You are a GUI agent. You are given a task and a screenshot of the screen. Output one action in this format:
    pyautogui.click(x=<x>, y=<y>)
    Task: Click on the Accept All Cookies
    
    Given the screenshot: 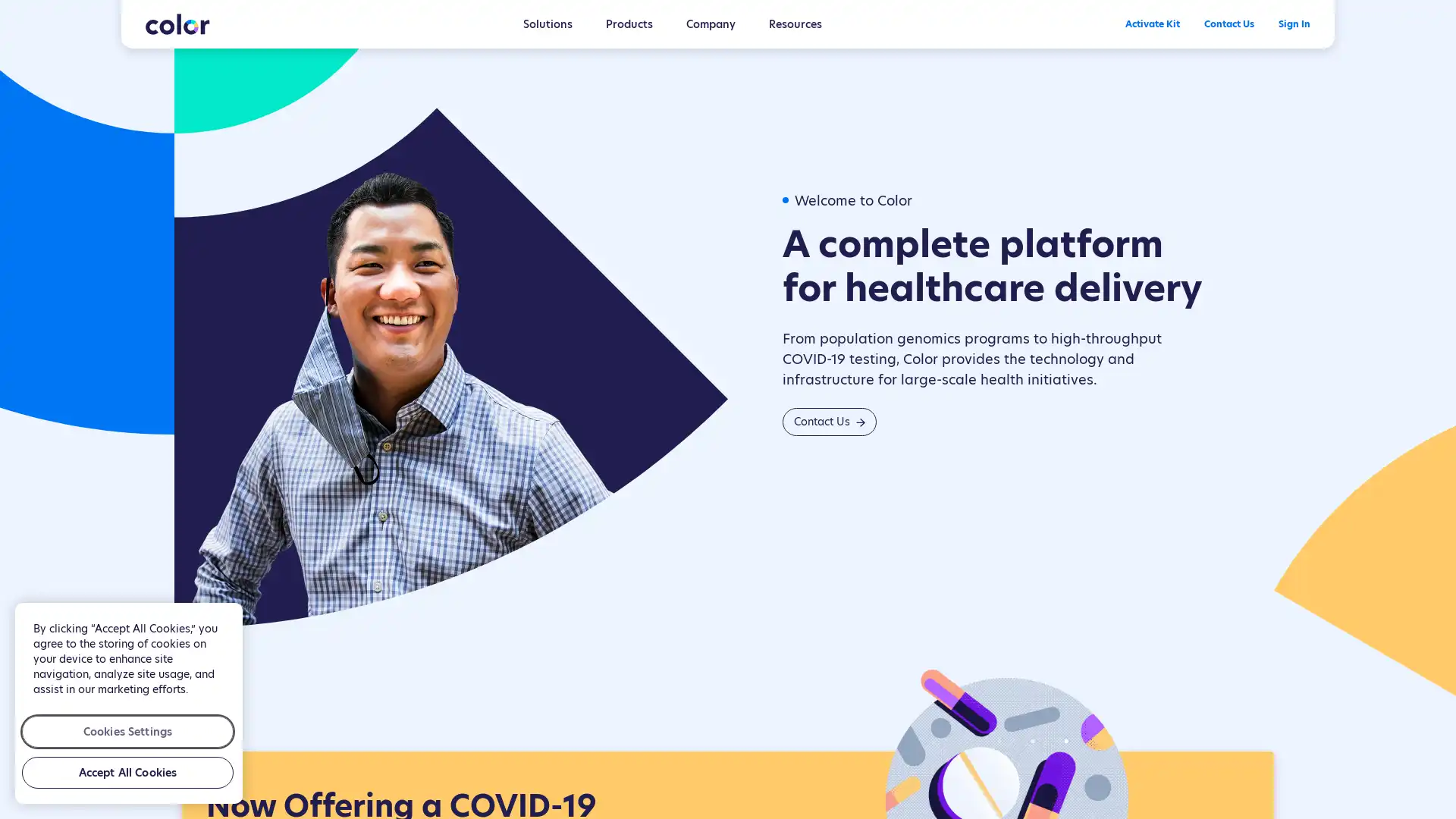 What is the action you would take?
    pyautogui.click(x=127, y=772)
    